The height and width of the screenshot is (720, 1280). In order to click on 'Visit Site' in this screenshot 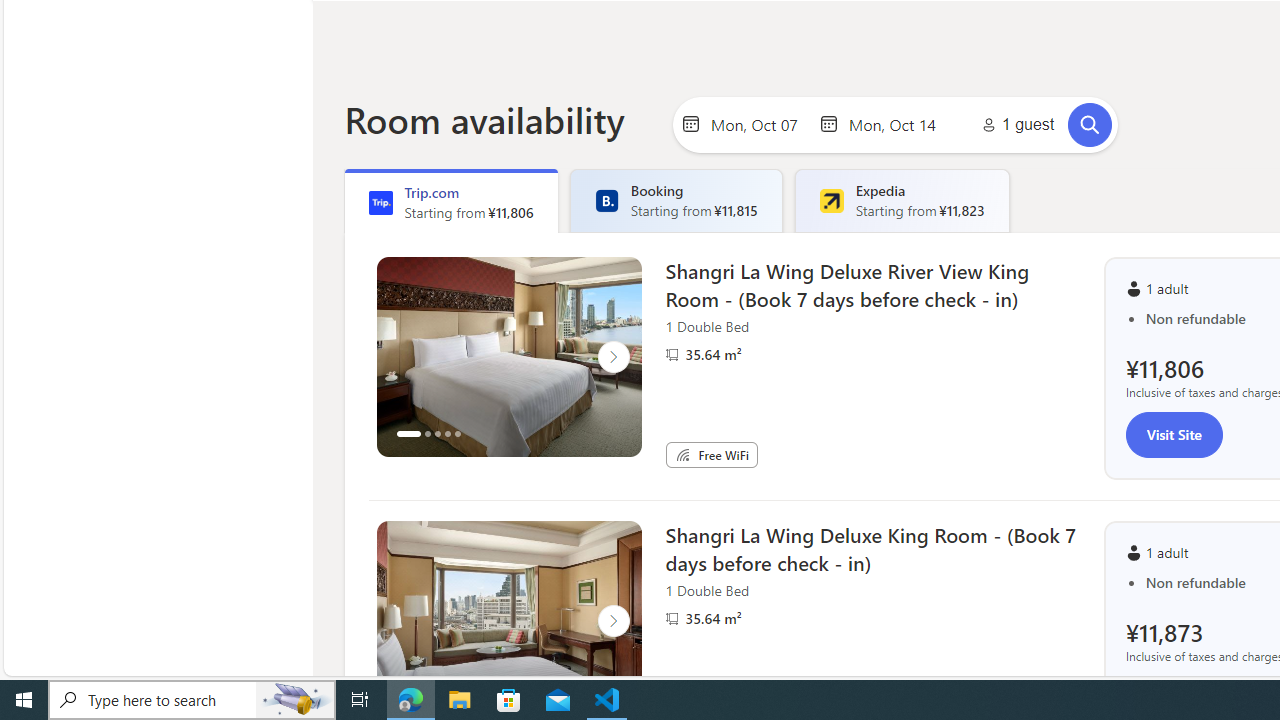, I will do `click(1173, 433)`.